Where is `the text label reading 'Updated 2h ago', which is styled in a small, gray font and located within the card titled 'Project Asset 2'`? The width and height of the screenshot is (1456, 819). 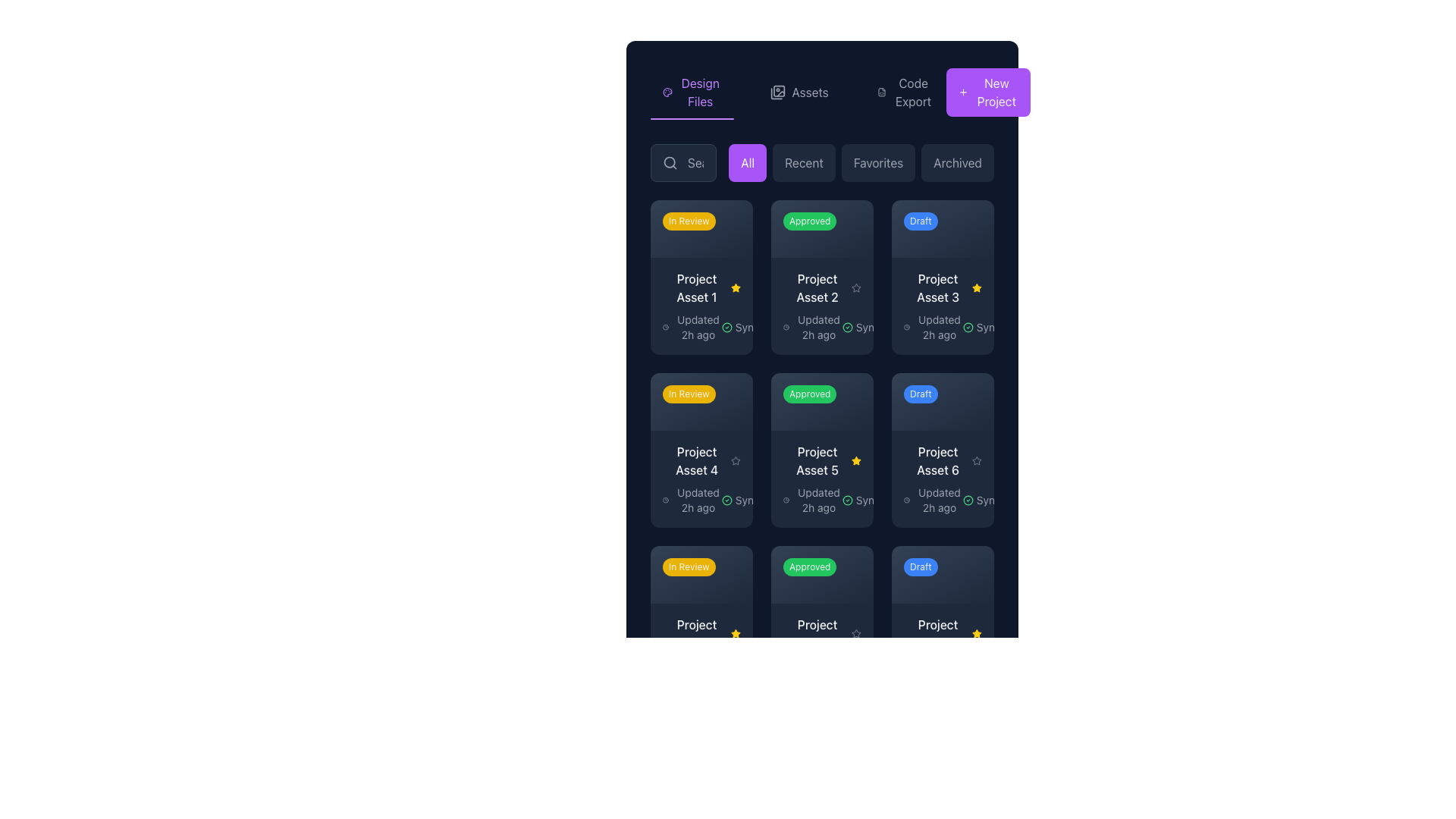 the text label reading 'Updated 2h ago', which is styled in a small, gray font and located within the card titled 'Project Asset 2' is located at coordinates (821, 326).